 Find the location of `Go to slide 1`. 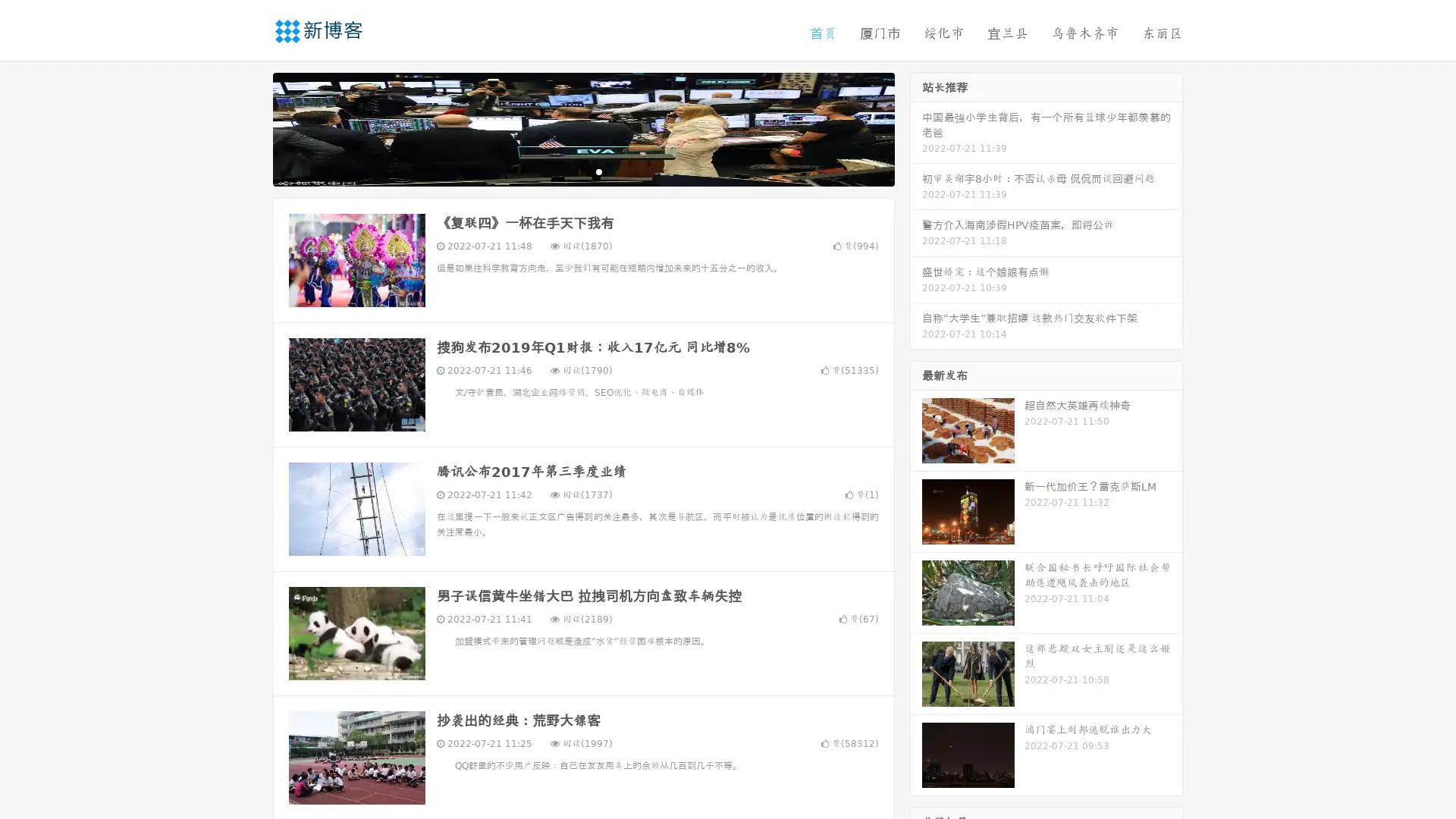

Go to slide 1 is located at coordinates (567, 171).